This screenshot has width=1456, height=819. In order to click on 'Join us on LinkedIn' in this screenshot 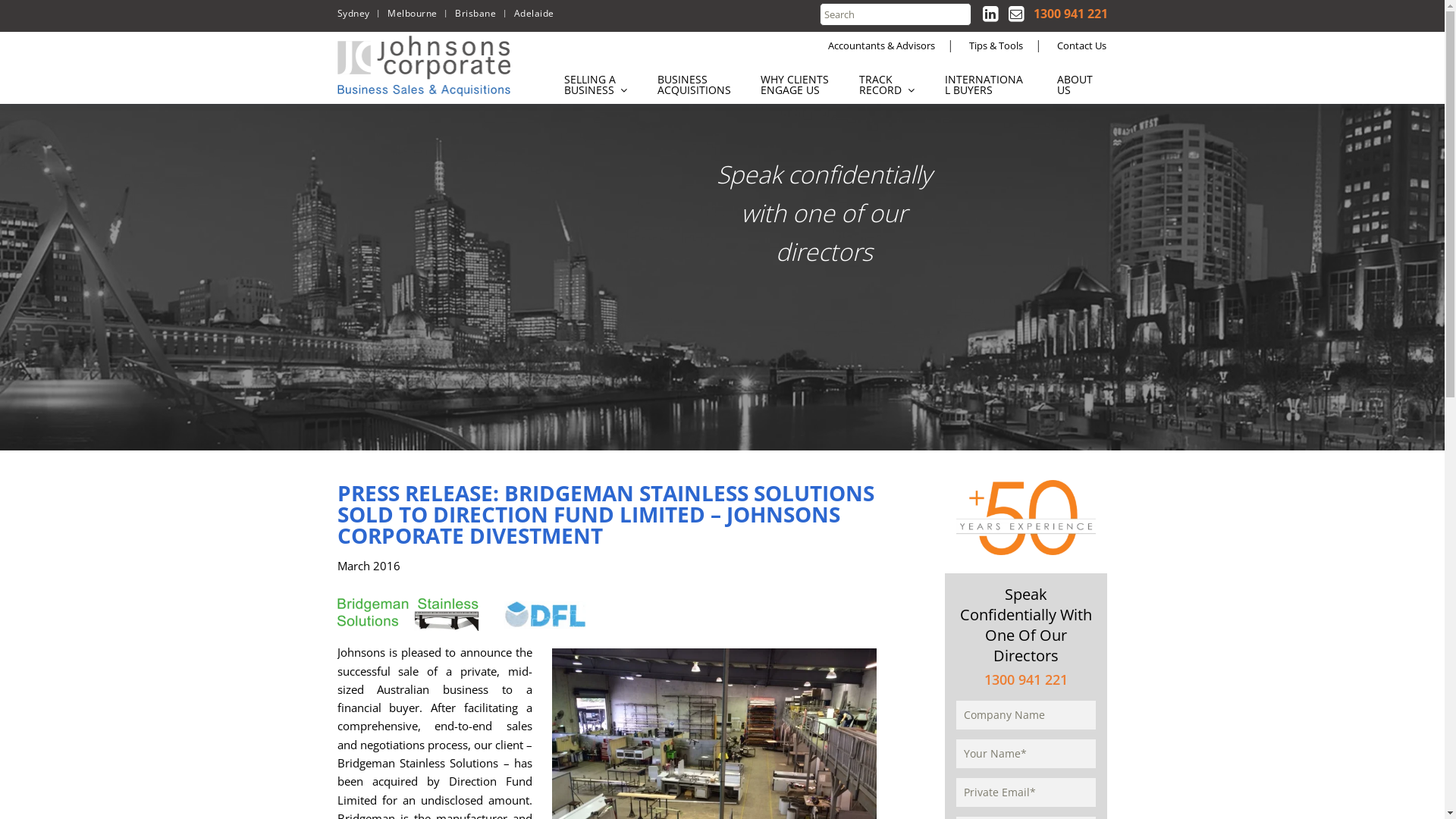, I will do `click(990, 12)`.